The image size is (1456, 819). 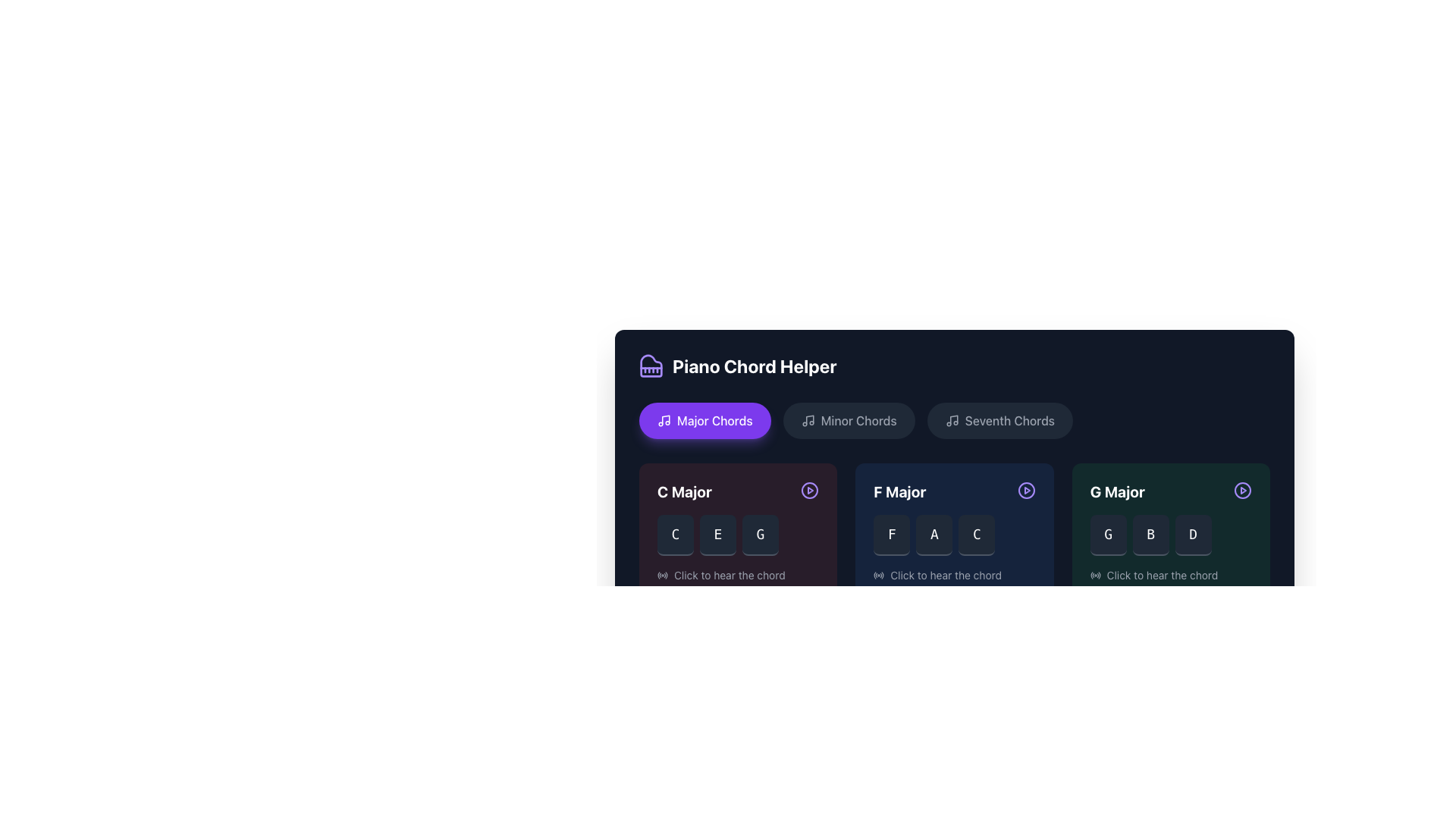 What do you see at coordinates (879, 576) in the screenshot?
I see `the interactive audio playback control icon, which is a small circular icon styled like a radio wave symbol` at bounding box center [879, 576].